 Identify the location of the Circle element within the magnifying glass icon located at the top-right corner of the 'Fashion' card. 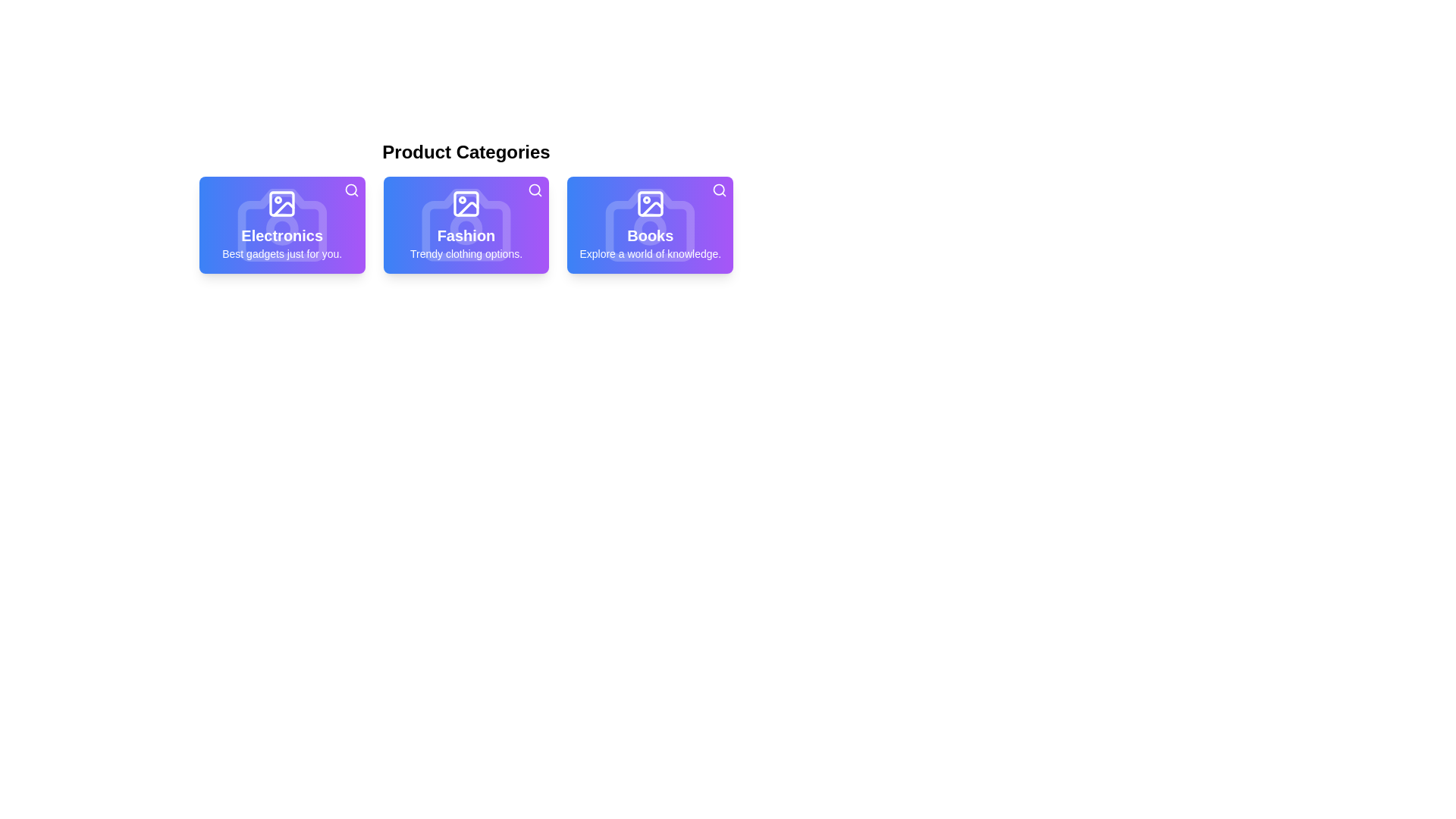
(535, 189).